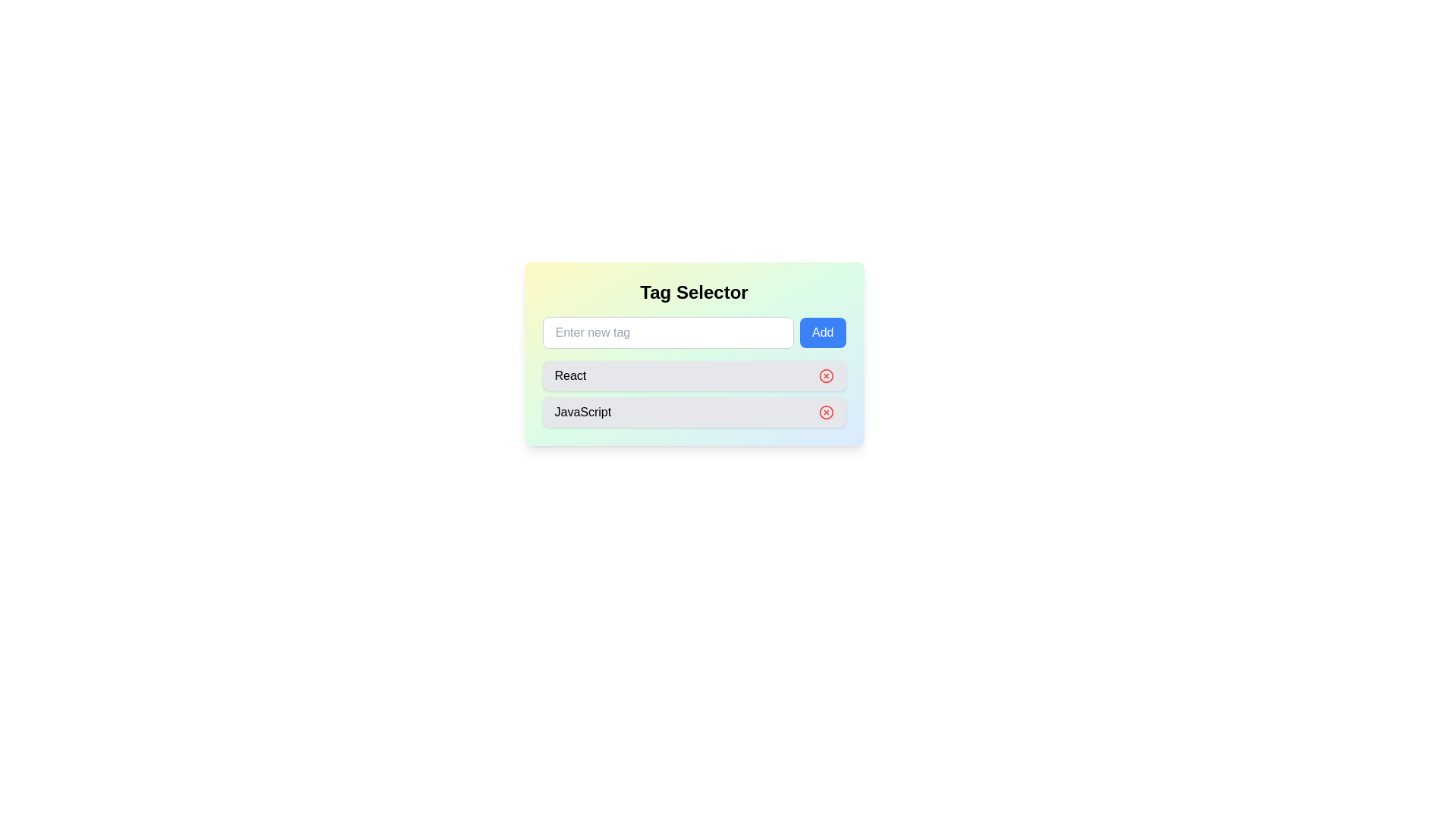 The image size is (1456, 819). What do you see at coordinates (582, 412) in the screenshot?
I see `the text label displaying 'JavaScript'` at bounding box center [582, 412].